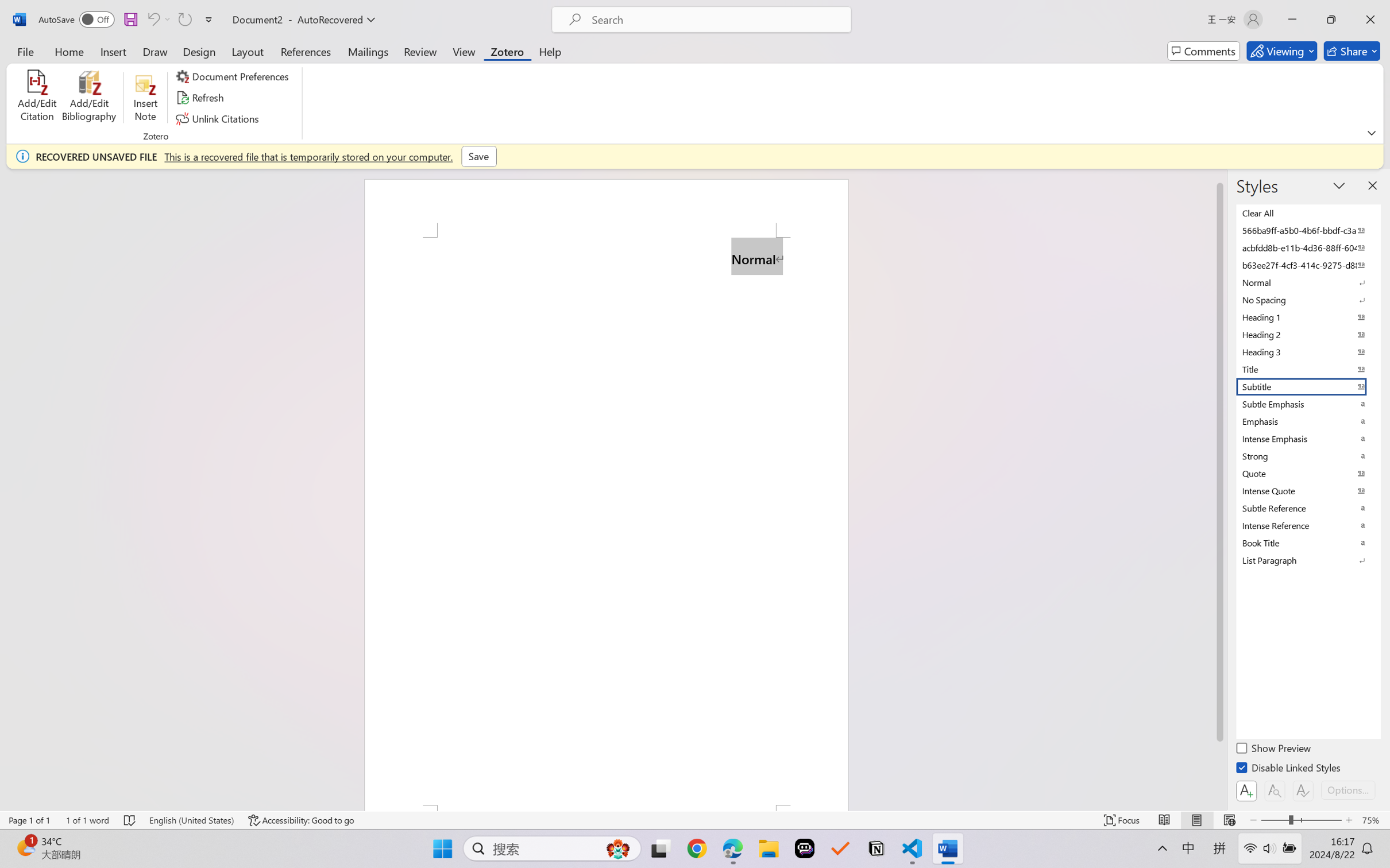 This screenshot has width=1390, height=868. Describe the element at coordinates (1281, 51) in the screenshot. I see `'Mode'` at that location.